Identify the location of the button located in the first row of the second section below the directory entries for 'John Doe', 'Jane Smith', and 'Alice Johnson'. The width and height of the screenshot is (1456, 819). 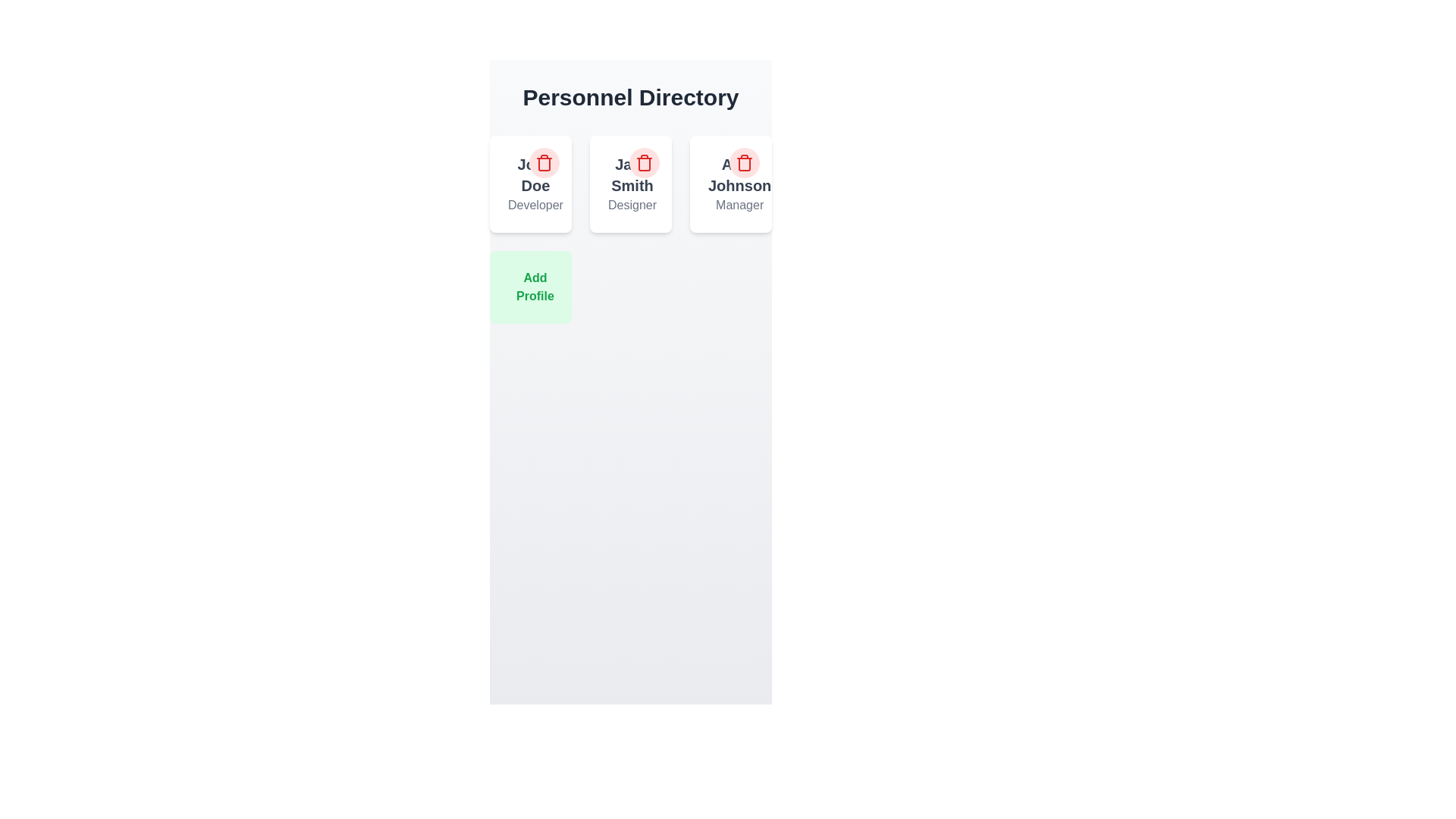
(531, 287).